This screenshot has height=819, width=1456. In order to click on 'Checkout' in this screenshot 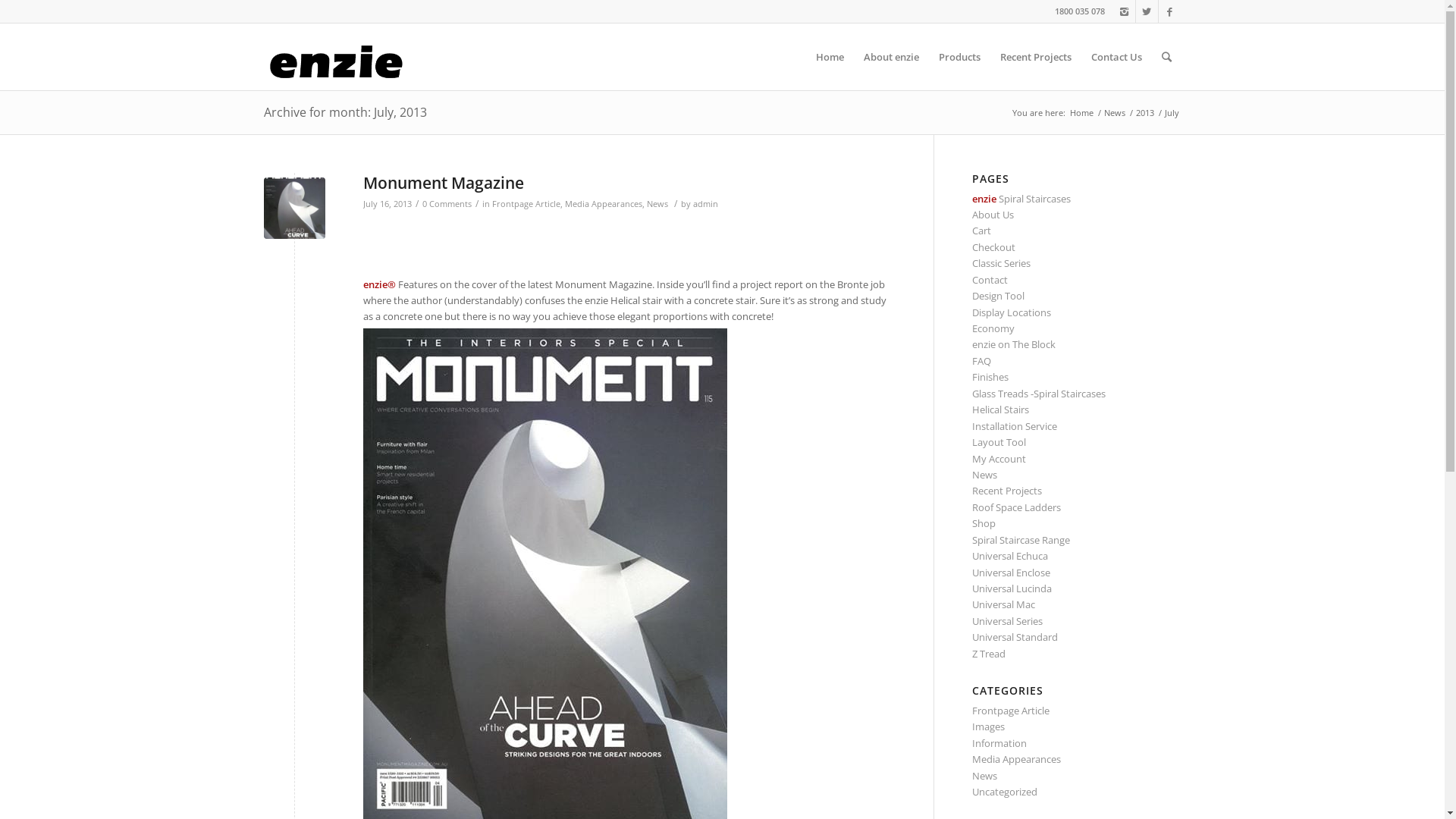, I will do `click(993, 246)`.